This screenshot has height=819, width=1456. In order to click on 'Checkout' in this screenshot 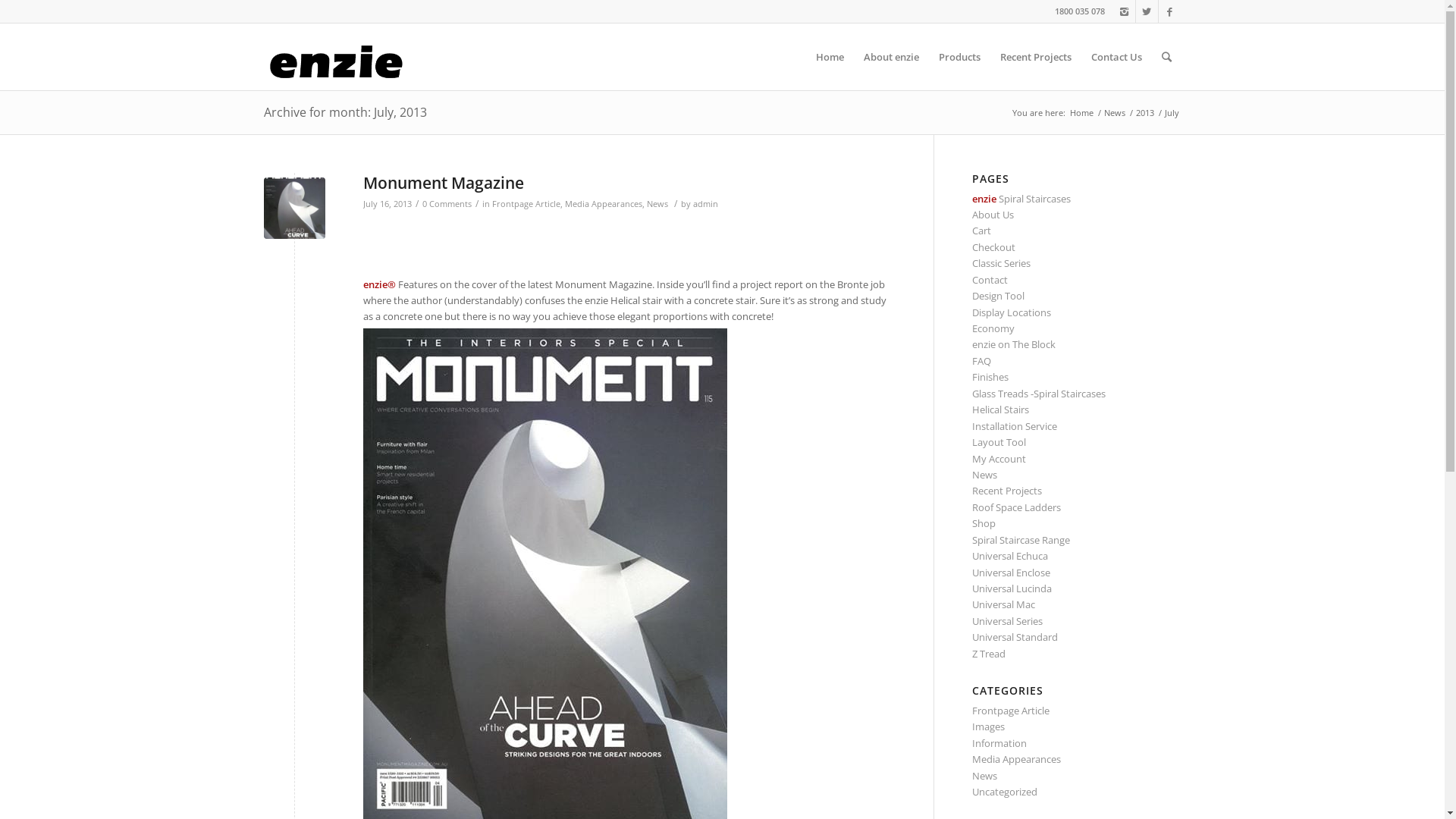, I will do `click(993, 246)`.